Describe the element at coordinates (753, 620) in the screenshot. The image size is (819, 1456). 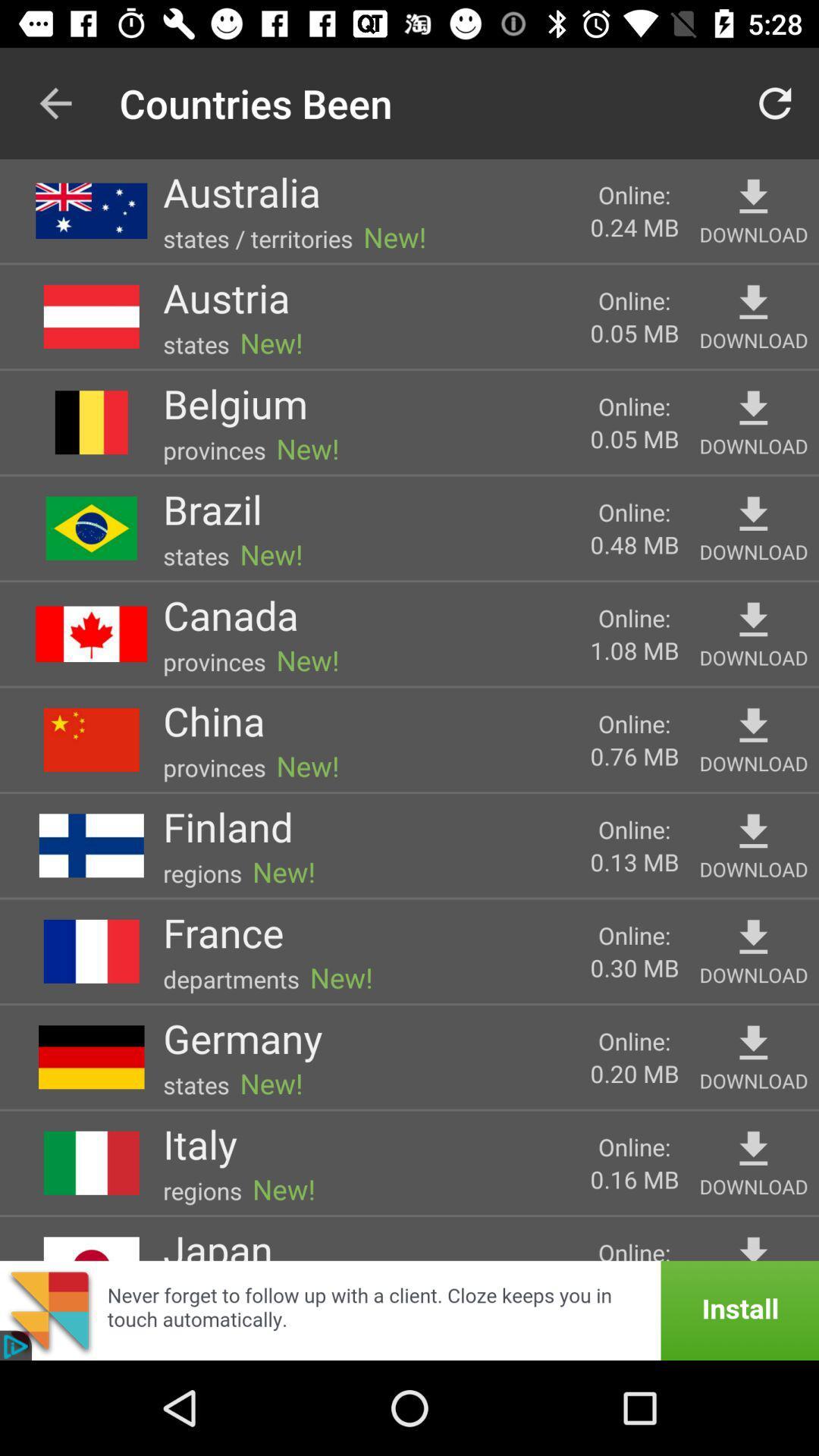
I see `download canada map` at that location.